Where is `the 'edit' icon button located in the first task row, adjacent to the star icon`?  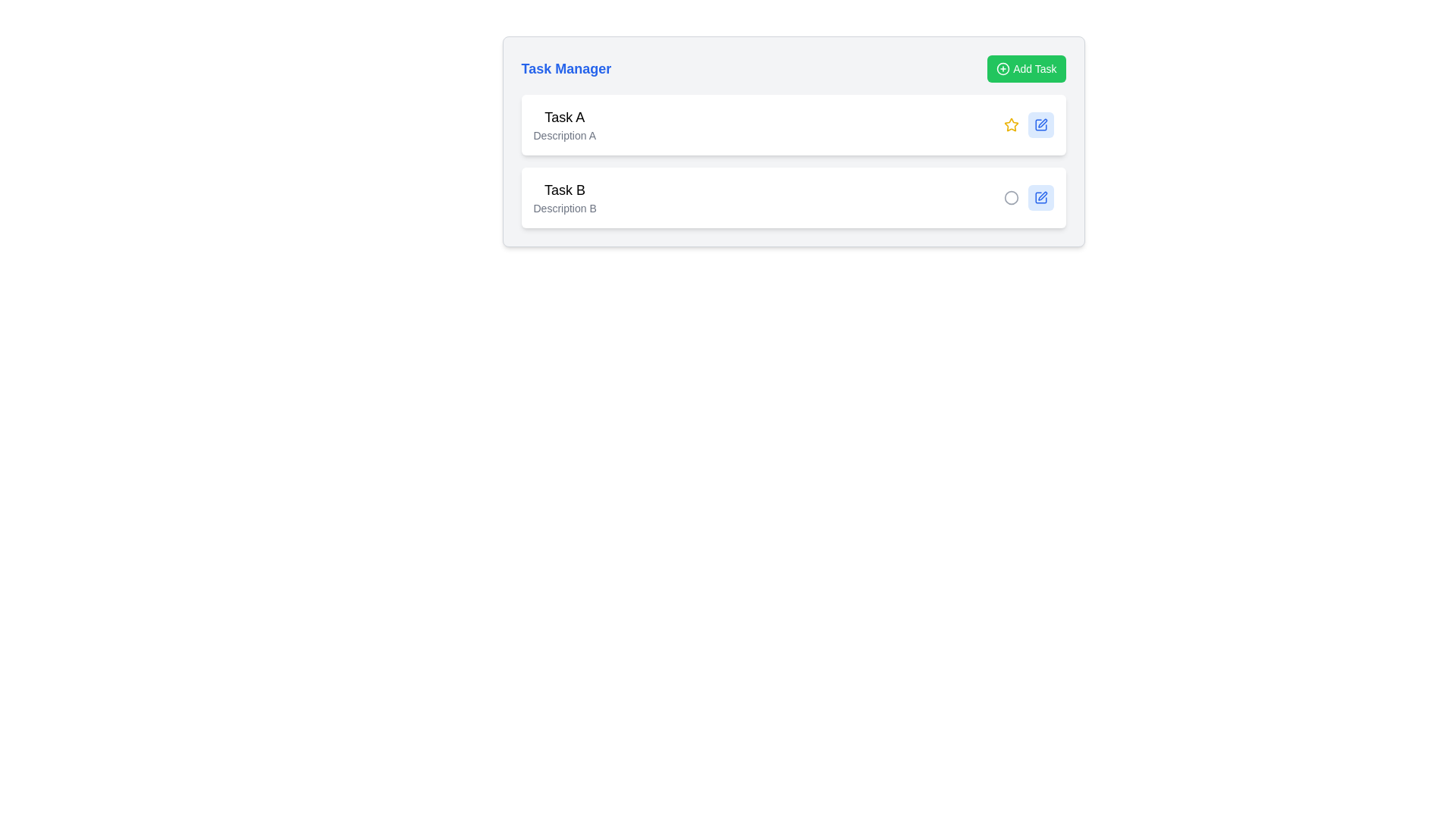
the 'edit' icon button located in the first task row, adjacent to the star icon is located at coordinates (1040, 197).